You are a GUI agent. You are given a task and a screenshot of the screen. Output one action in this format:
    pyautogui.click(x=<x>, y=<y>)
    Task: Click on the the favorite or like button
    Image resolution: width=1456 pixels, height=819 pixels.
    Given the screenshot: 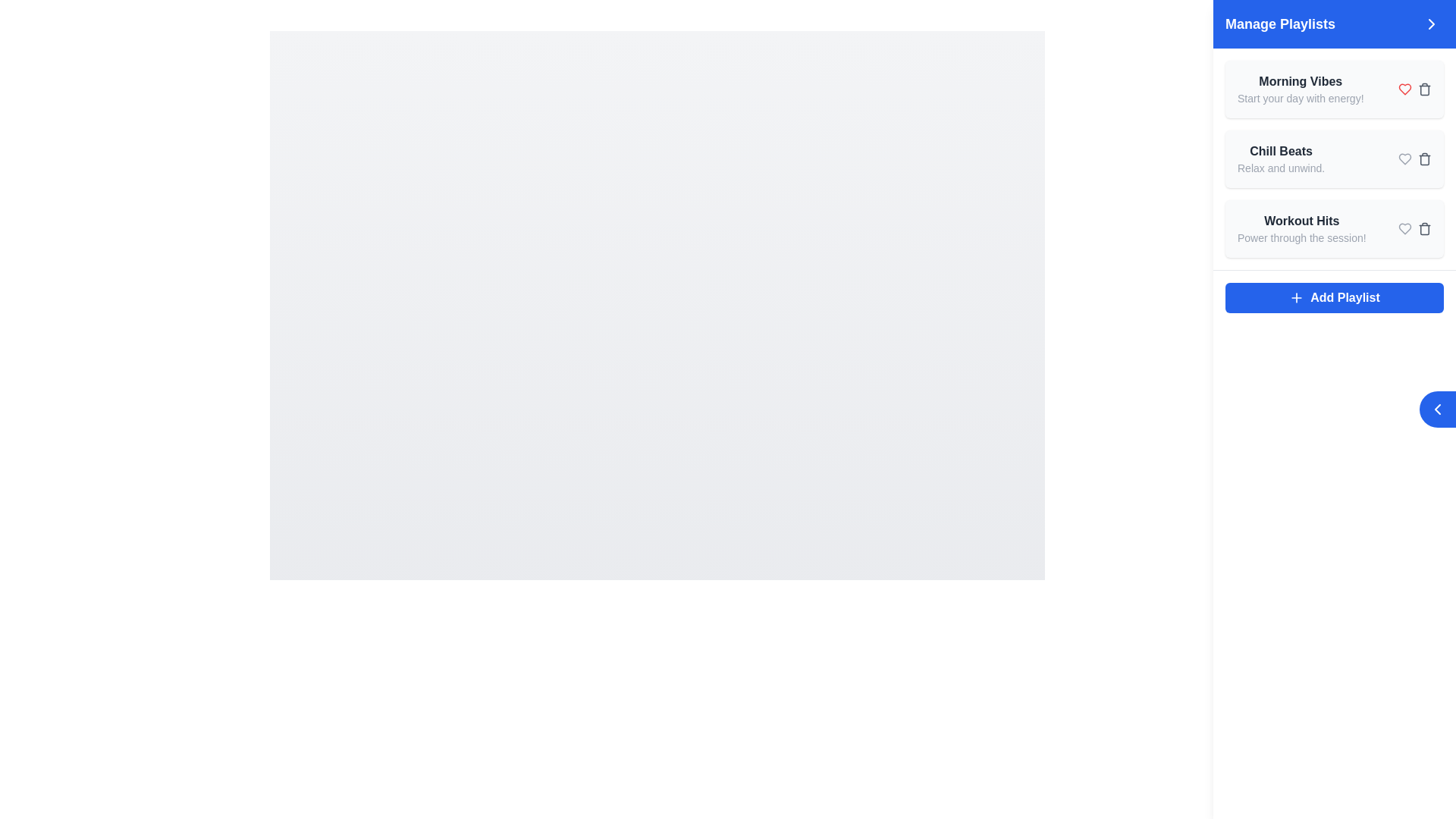 What is the action you would take?
    pyautogui.click(x=1404, y=89)
    